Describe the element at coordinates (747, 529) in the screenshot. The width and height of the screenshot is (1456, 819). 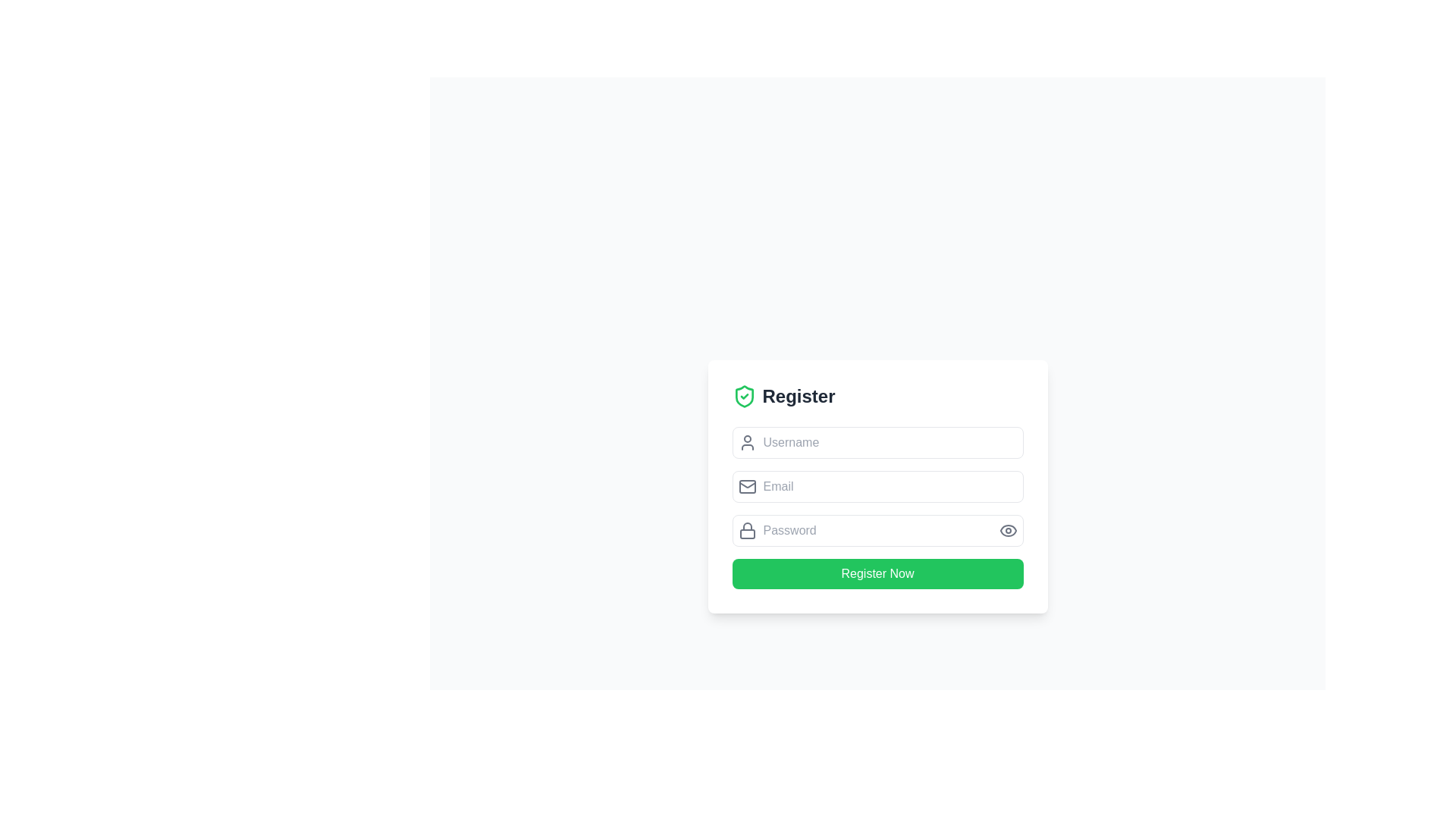
I see `the security icon positioned to the left inside the password input field, which serves as a visual indicator for restricted access` at that location.